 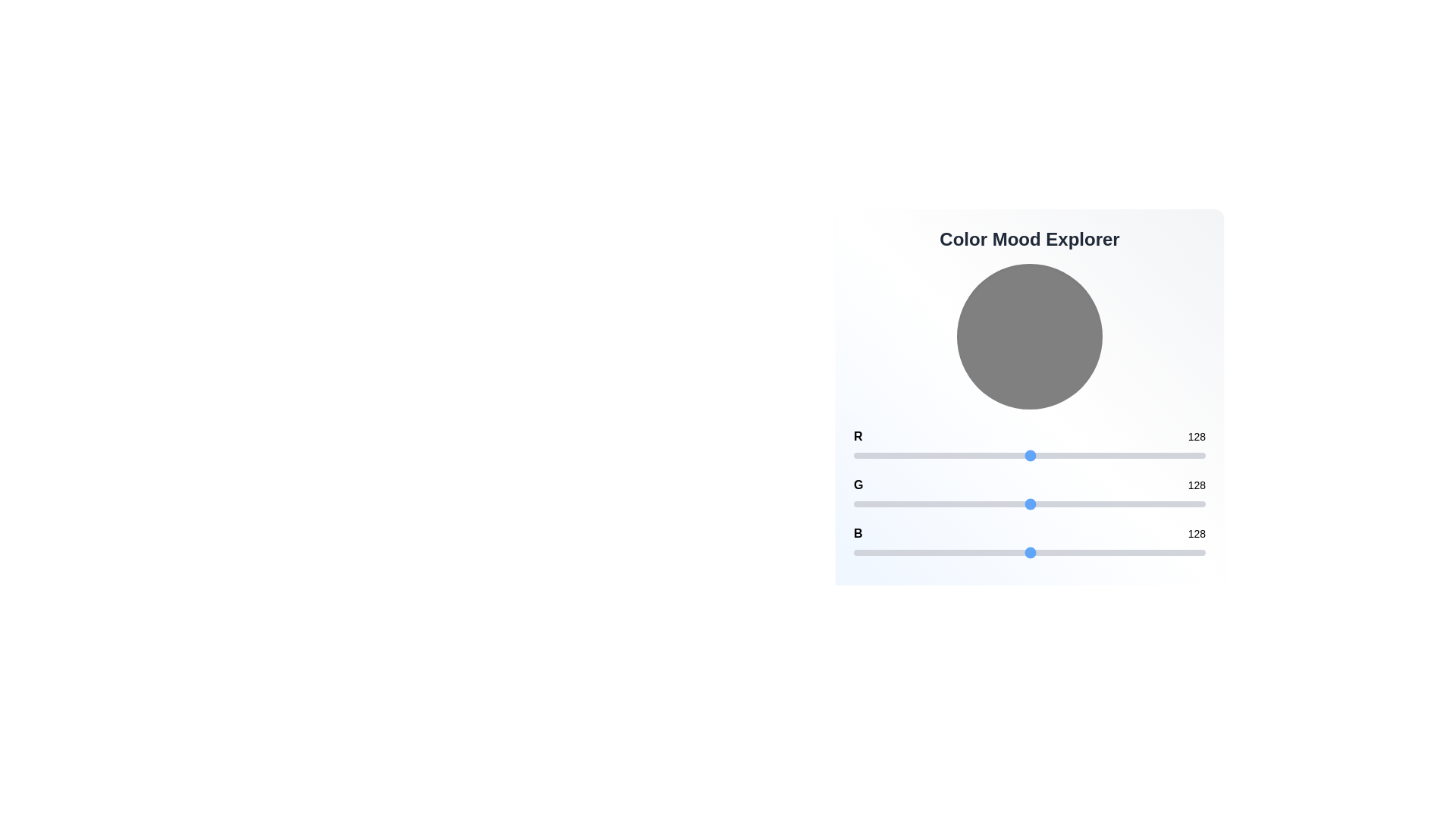 What do you see at coordinates (1191, 553) in the screenshot?
I see `the blue channel slider to set the value to 245` at bounding box center [1191, 553].